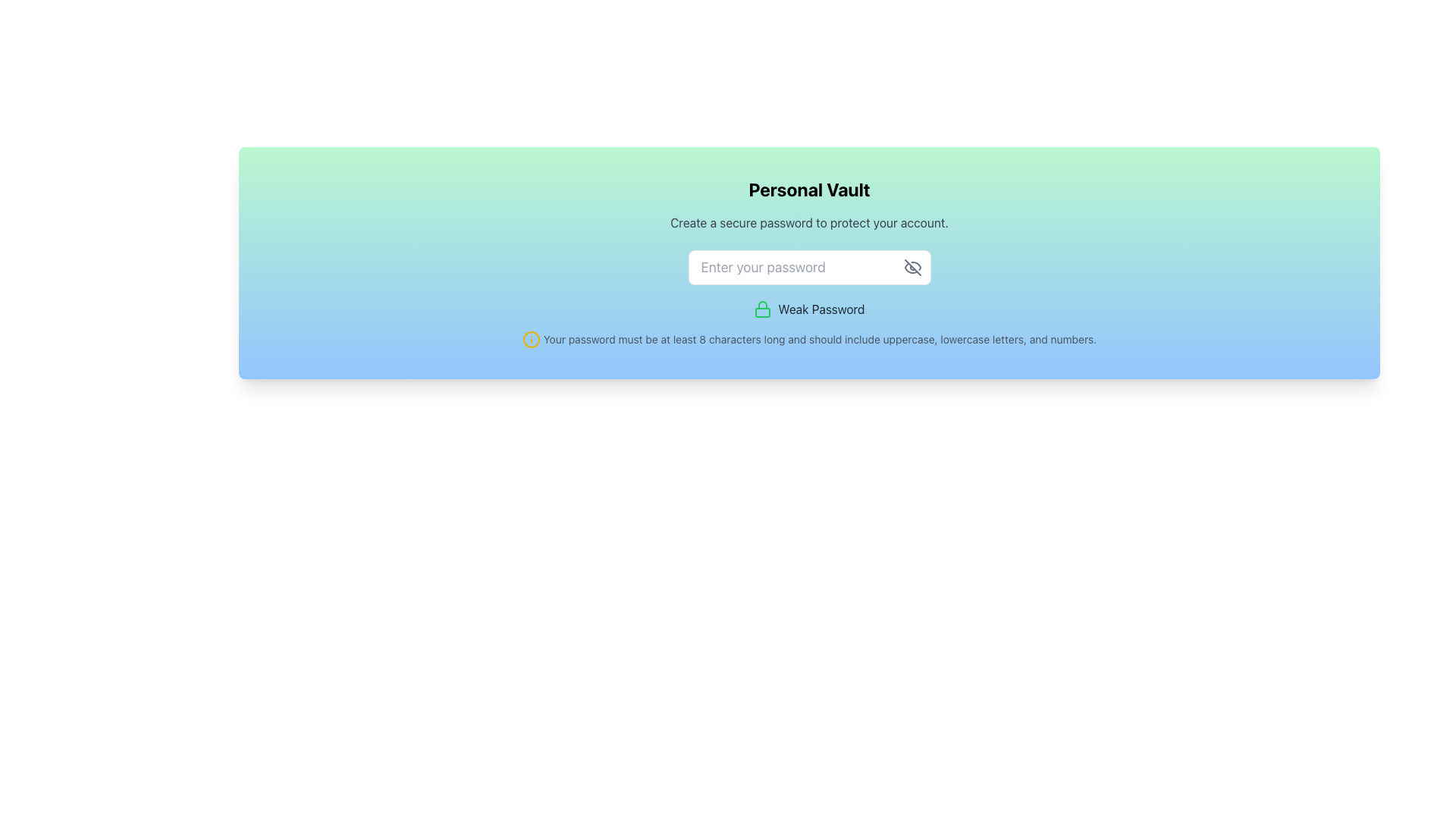 The width and height of the screenshot is (1456, 819). I want to click on the top arc of the lock icon, which is a smooth green arc part of an SVG lock icon located next to the 'Weak Password' text, so click(763, 305).